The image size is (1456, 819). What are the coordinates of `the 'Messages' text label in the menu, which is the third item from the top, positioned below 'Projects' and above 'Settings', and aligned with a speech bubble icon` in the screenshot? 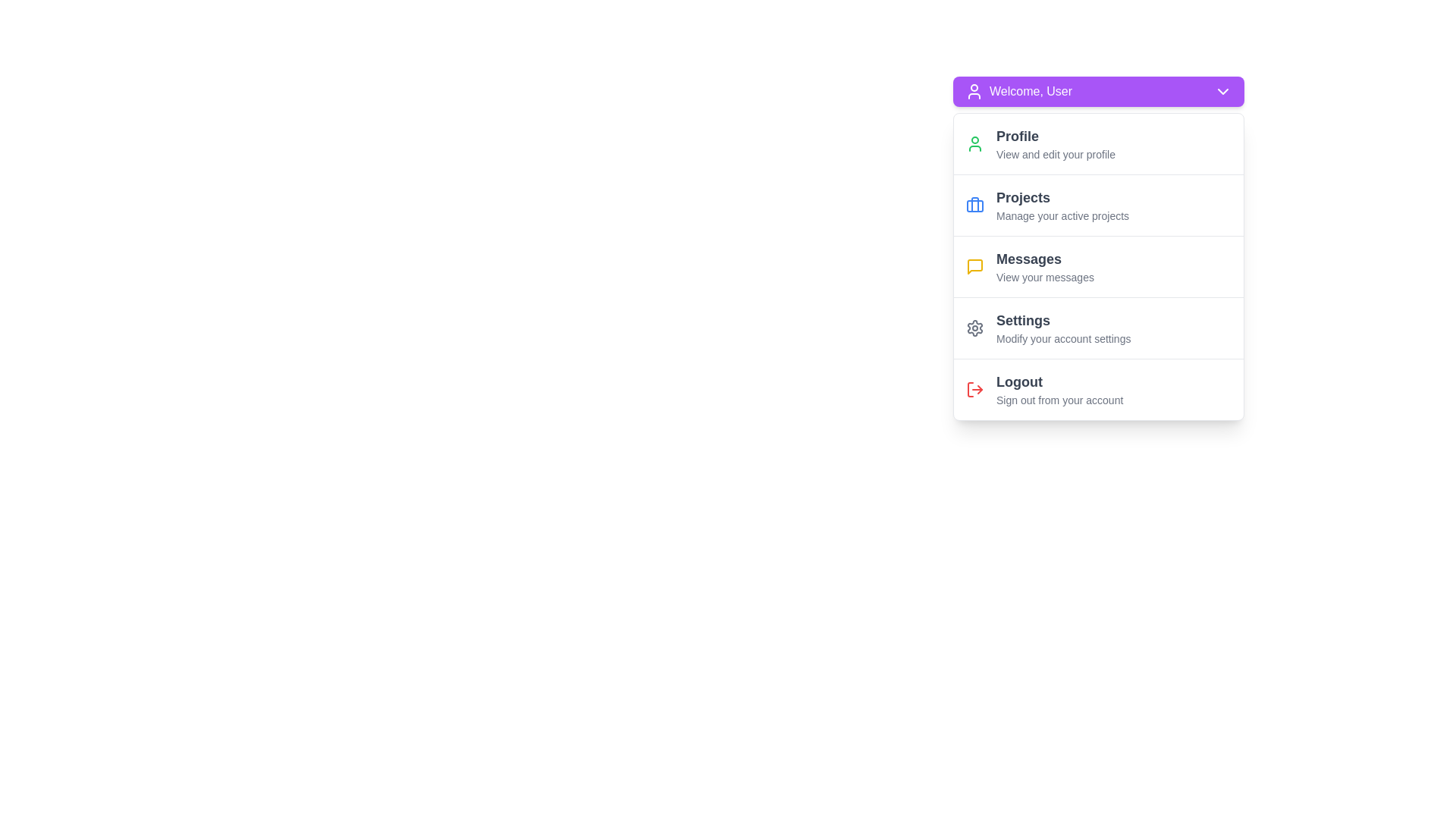 It's located at (1044, 259).